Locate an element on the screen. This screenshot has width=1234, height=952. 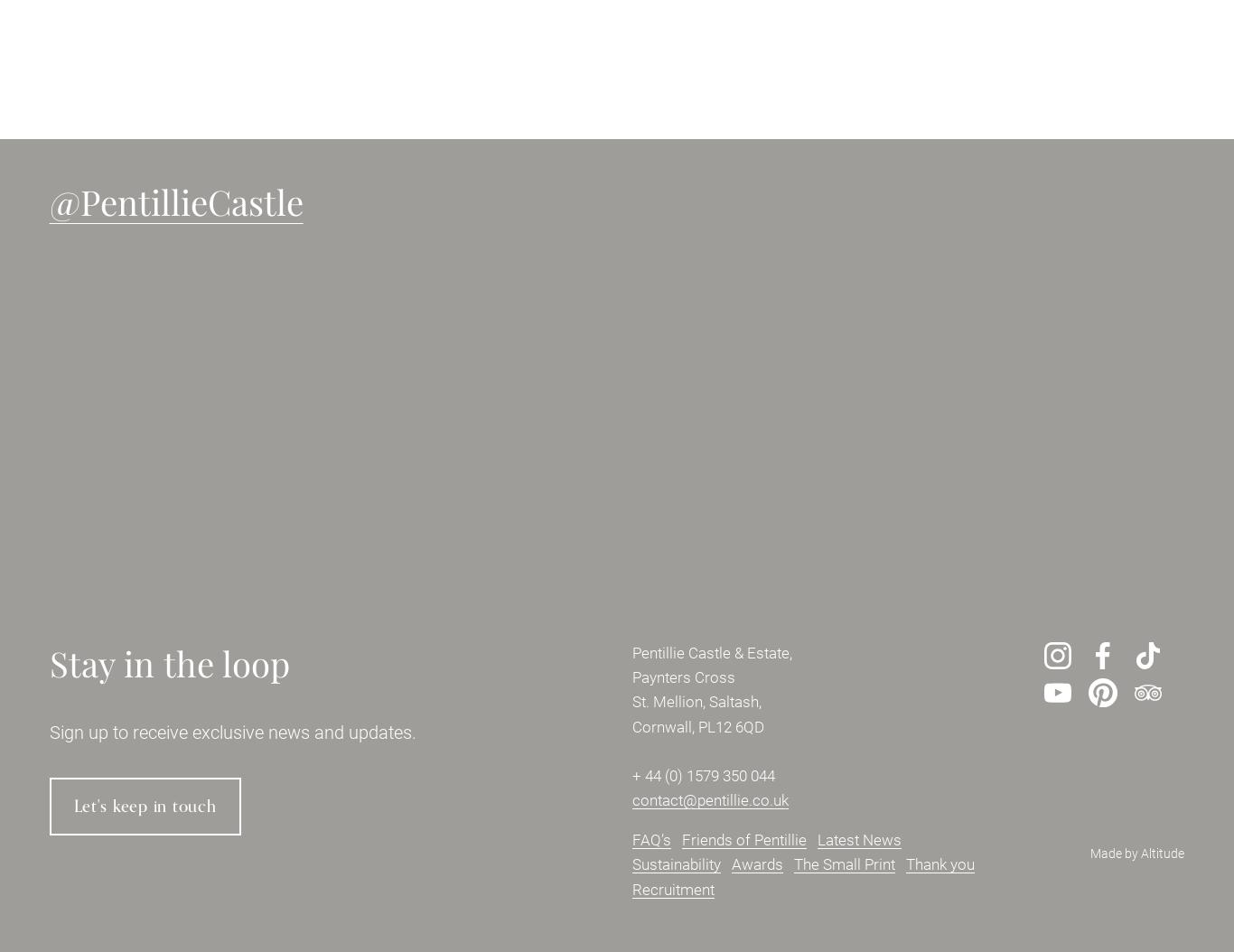
'Awards' is located at coordinates (731, 864).